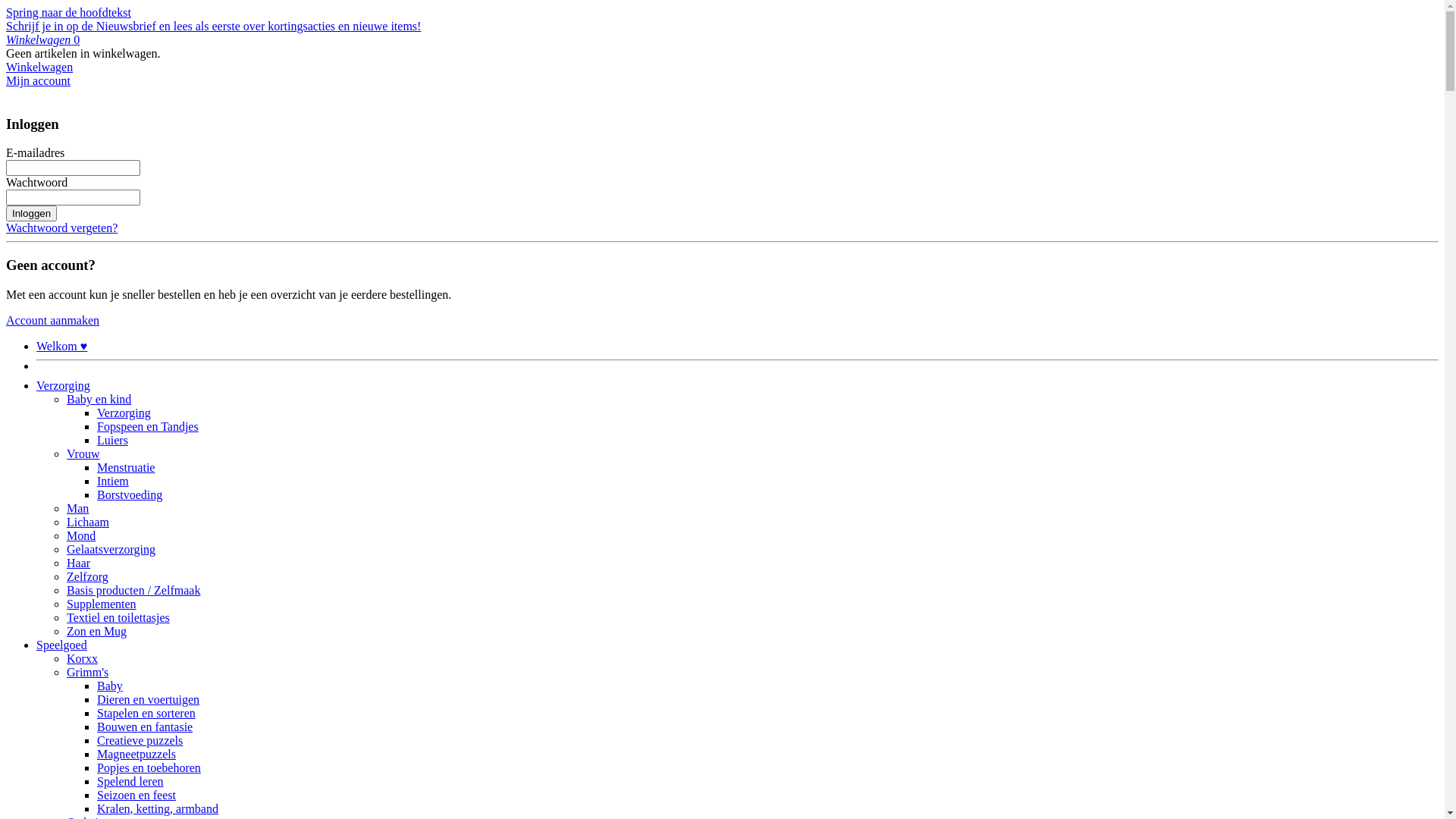  What do you see at coordinates (136, 754) in the screenshot?
I see `'Magneetpuzzels'` at bounding box center [136, 754].